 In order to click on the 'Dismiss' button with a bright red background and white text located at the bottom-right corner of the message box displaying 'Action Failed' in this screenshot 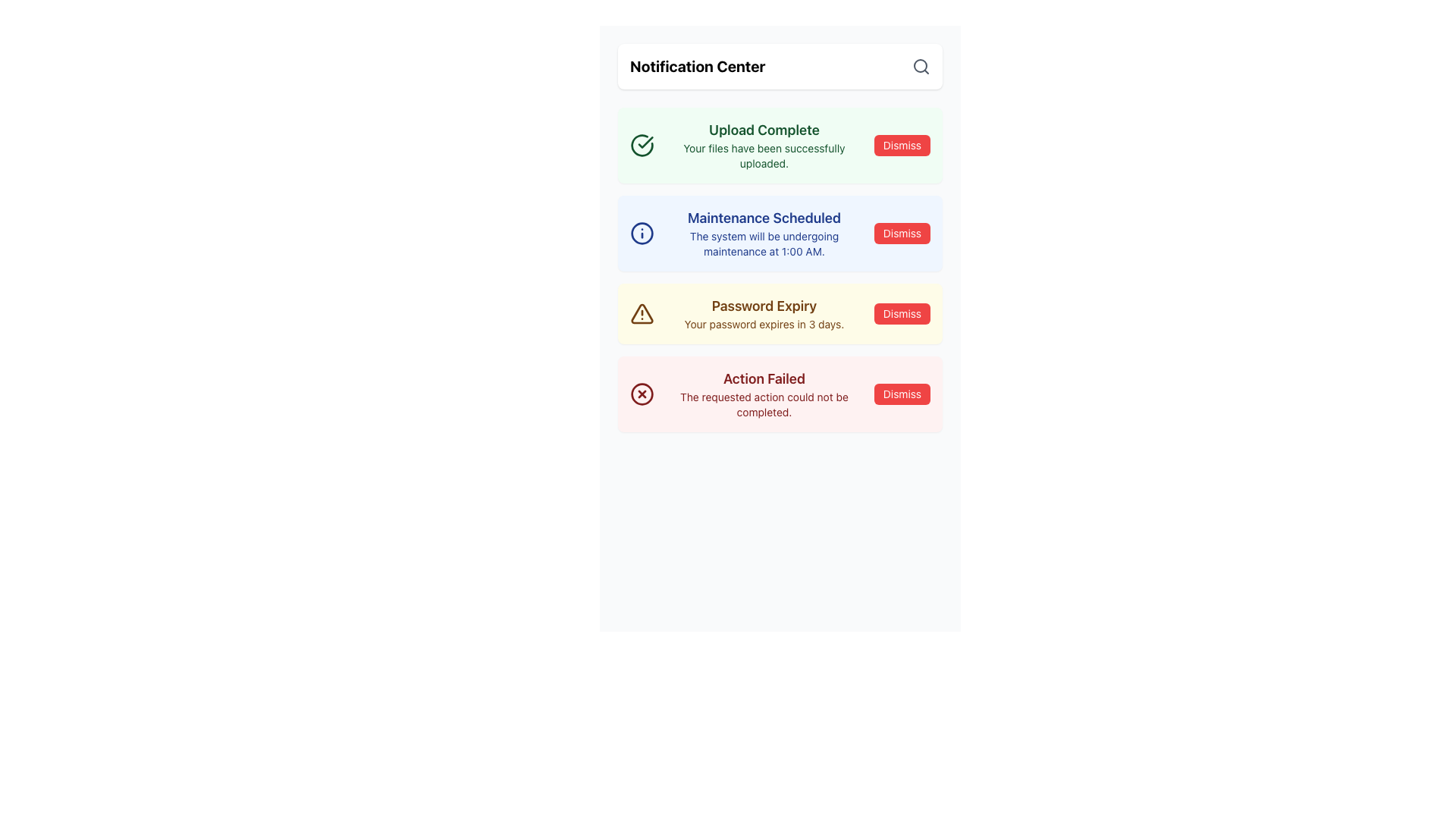, I will do `click(902, 394)`.